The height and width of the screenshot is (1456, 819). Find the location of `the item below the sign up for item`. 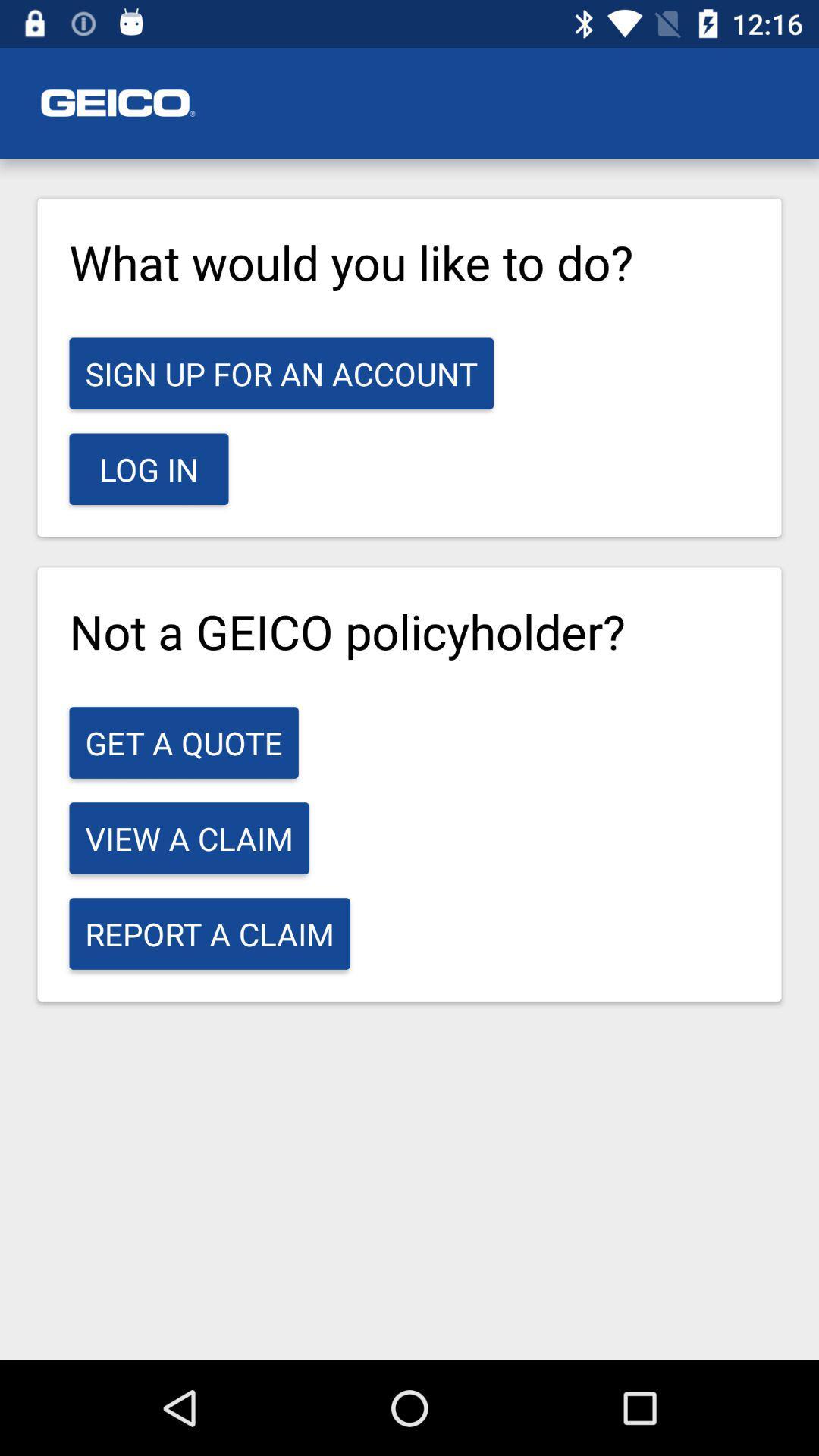

the item below the sign up for item is located at coordinates (149, 468).